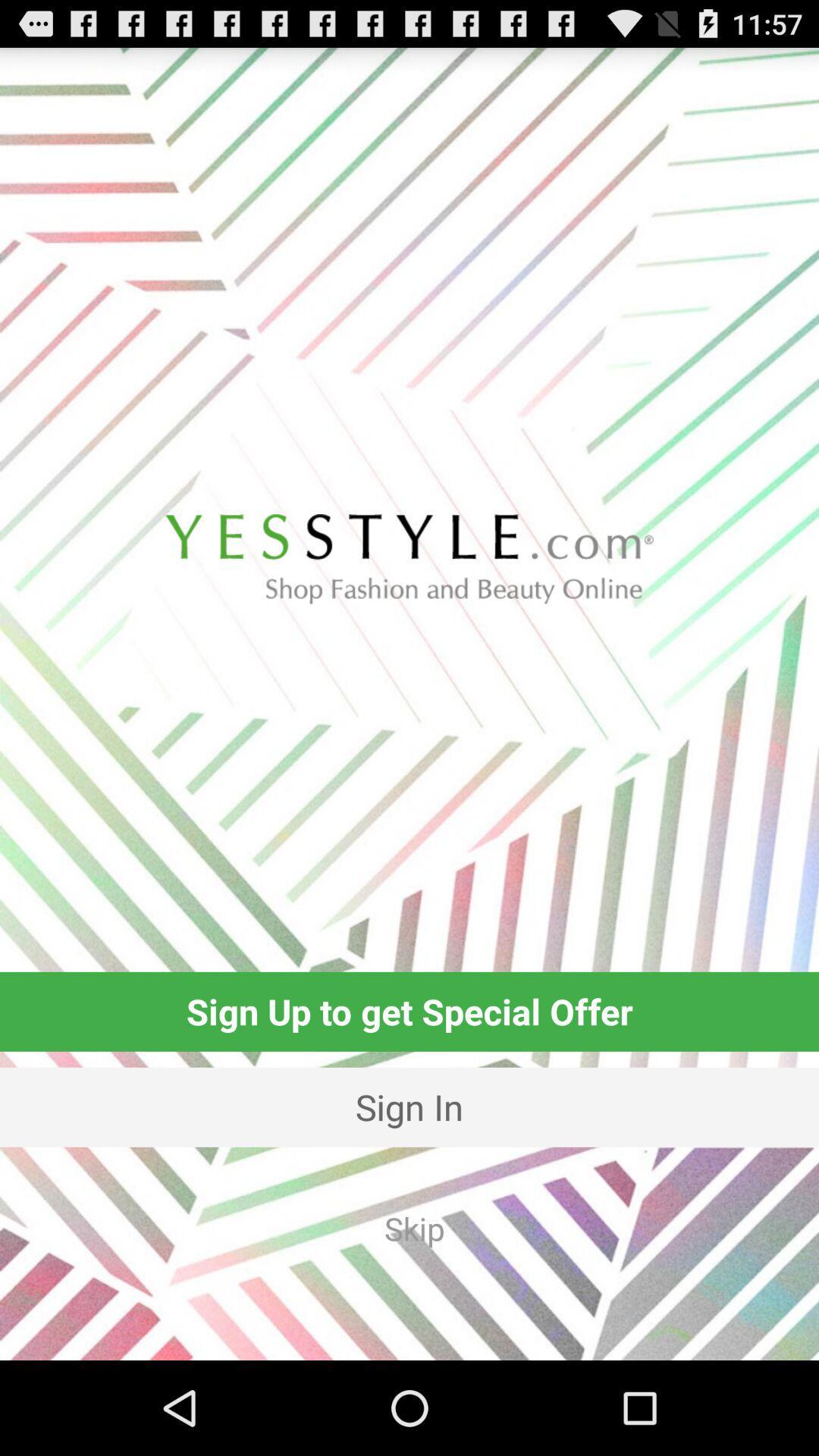 This screenshot has height=1456, width=819. What do you see at coordinates (409, 1012) in the screenshot?
I see `app above the sign in item` at bounding box center [409, 1012].